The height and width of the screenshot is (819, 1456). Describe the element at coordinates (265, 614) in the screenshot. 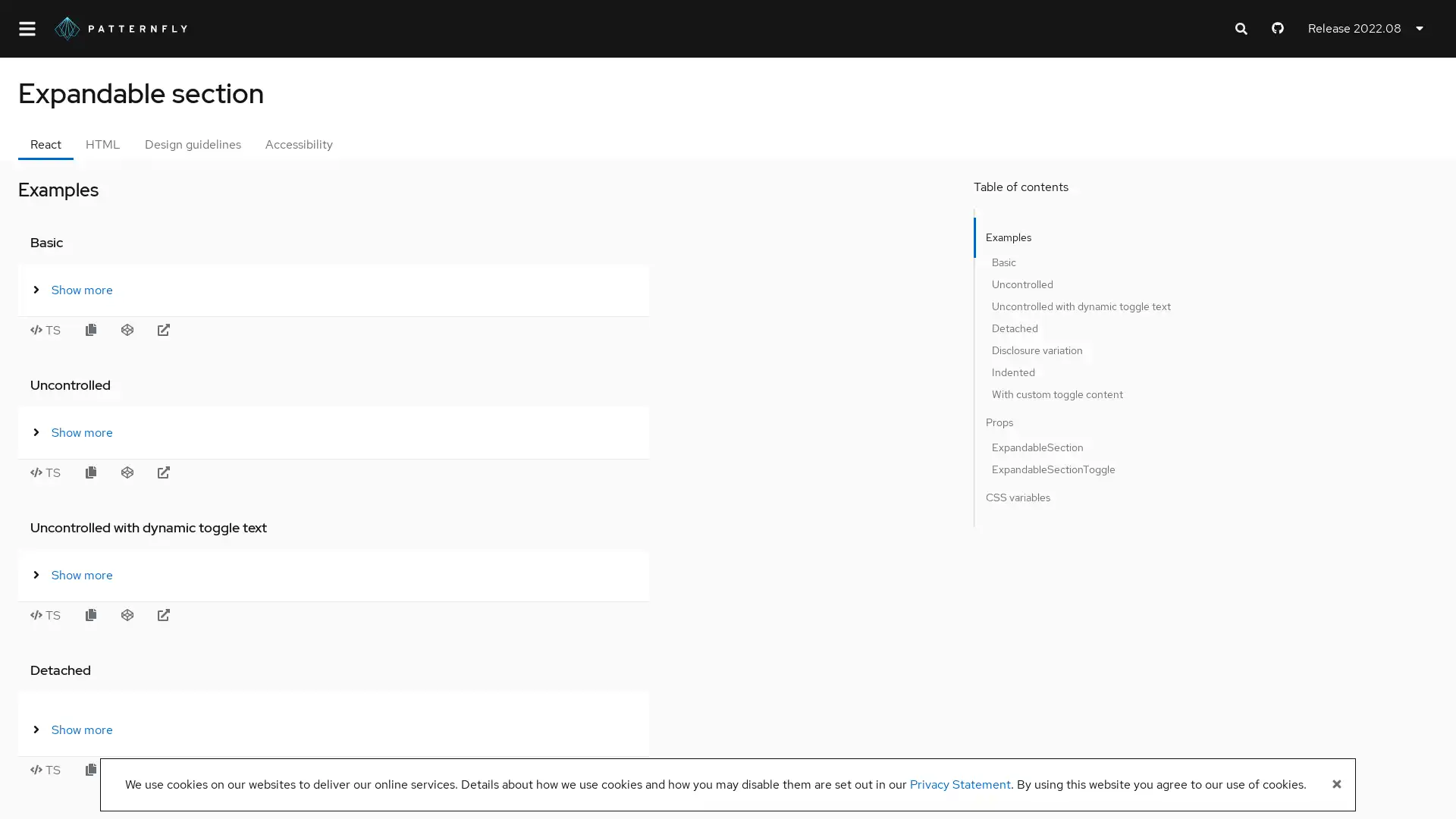

I see `Toggle TS code in Uncontrolled with dynamic toggle text example` at that location.